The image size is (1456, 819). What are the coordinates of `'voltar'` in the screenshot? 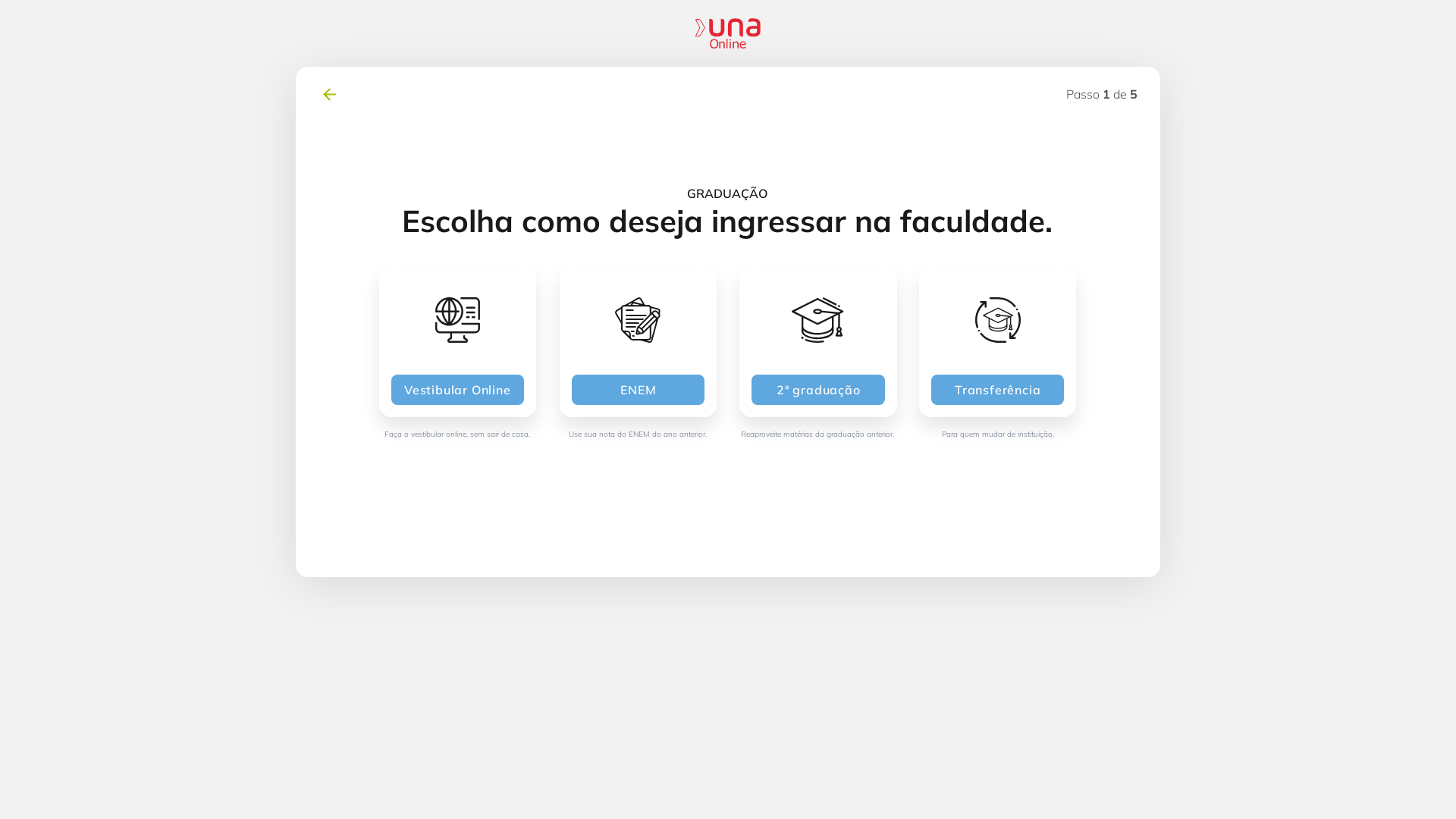 It's located at (328, 94).